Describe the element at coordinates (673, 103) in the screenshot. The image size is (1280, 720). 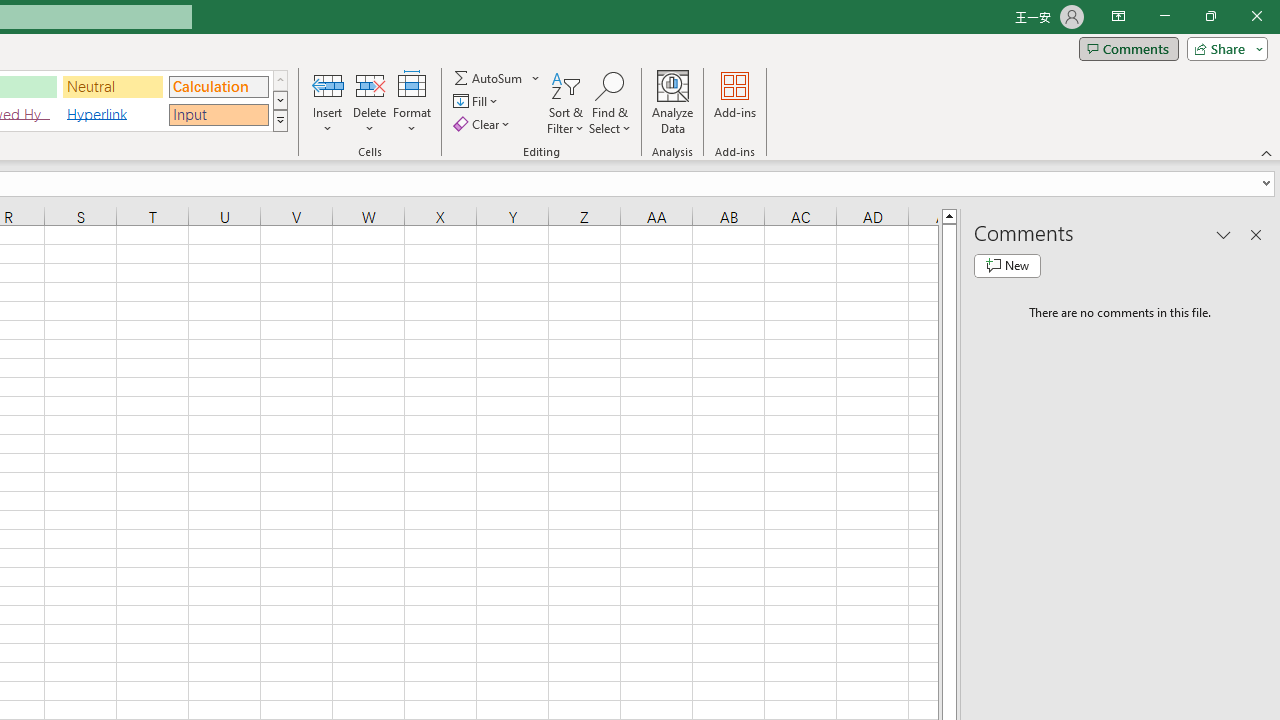
I see `'Analyze Data'` at that location.